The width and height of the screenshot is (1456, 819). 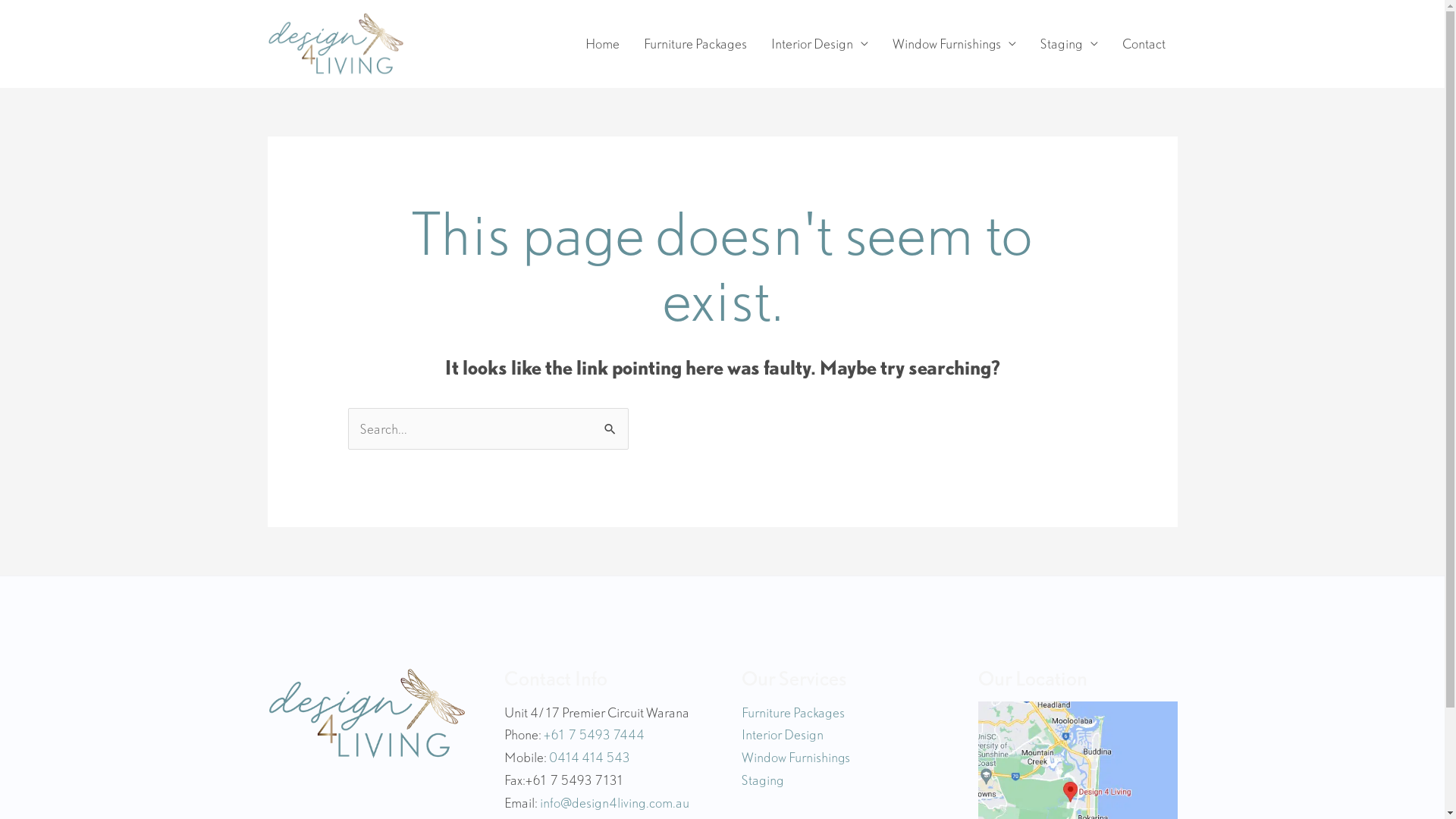 What do you see at coordinates (611, 423) in the screenshot?
I see `'Search'` at bounding box center [611, 423].